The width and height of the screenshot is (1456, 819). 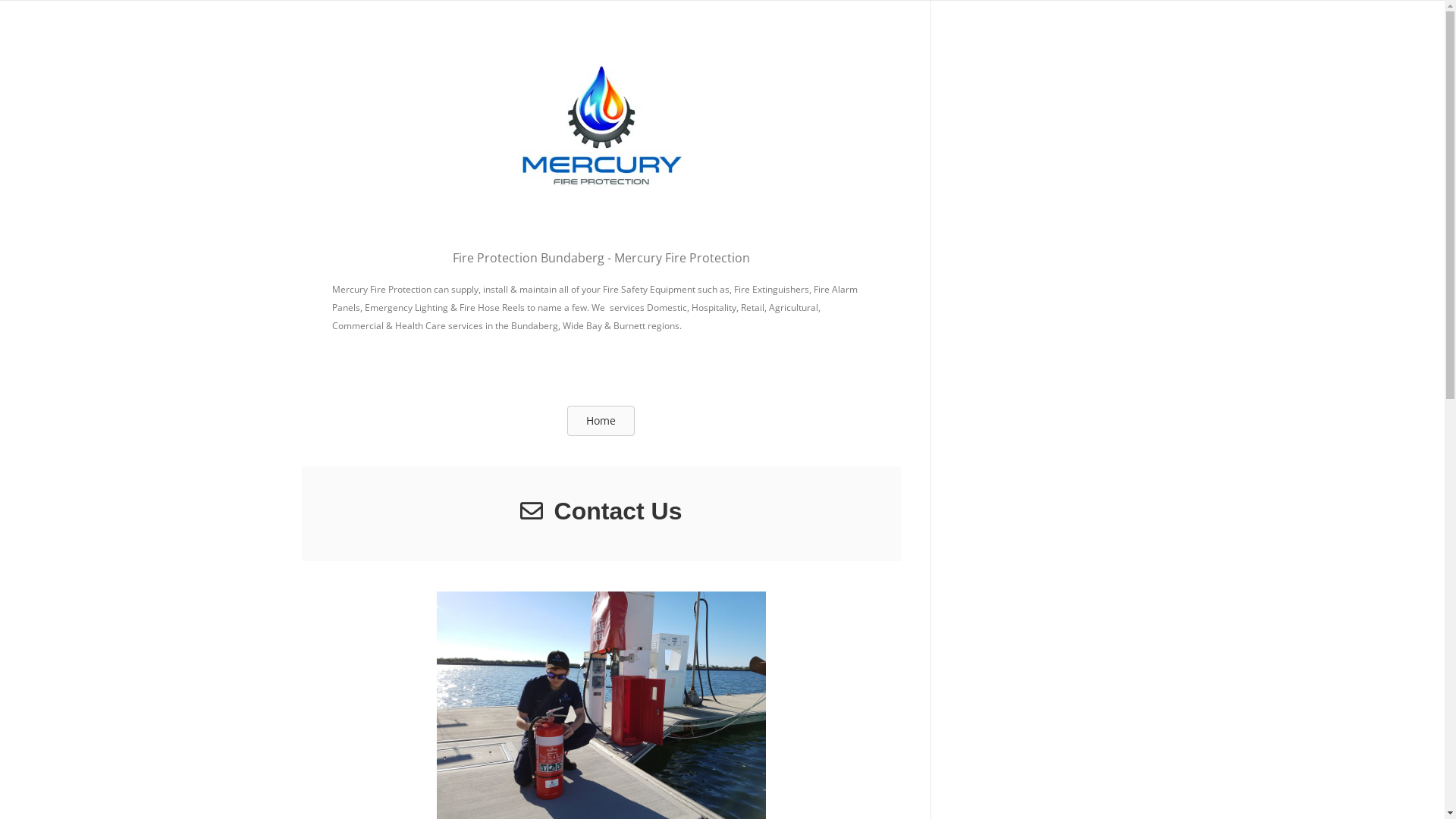 What do you see at coordinates (600, 124) in the screenshot?
I see `'Mercury Fire Protection'` at bounding box center [600, 124].